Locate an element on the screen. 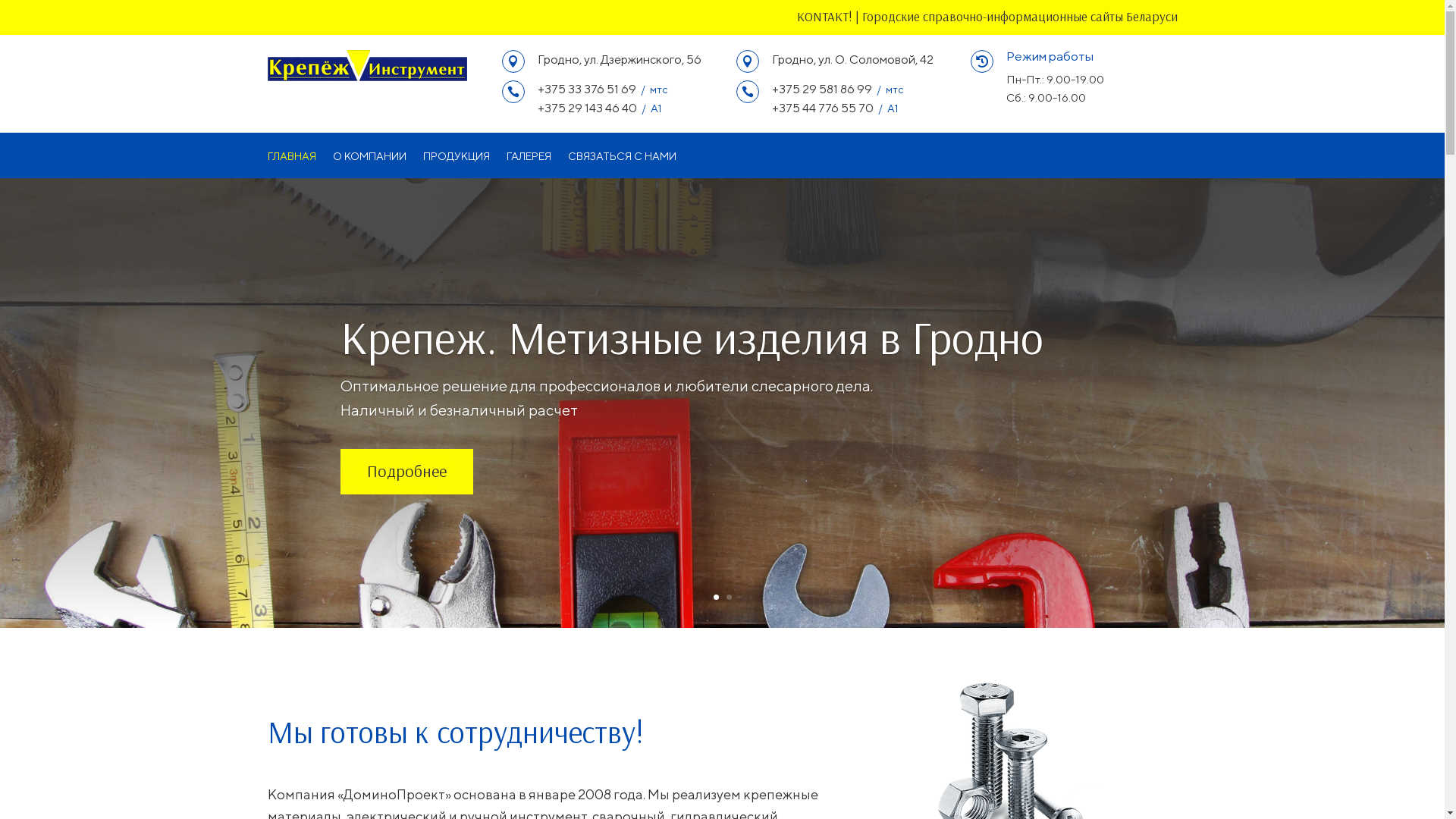 This screenshot has height=819, width=1456. '+375 29 143 46 40' is located at coordinates (585, 107).